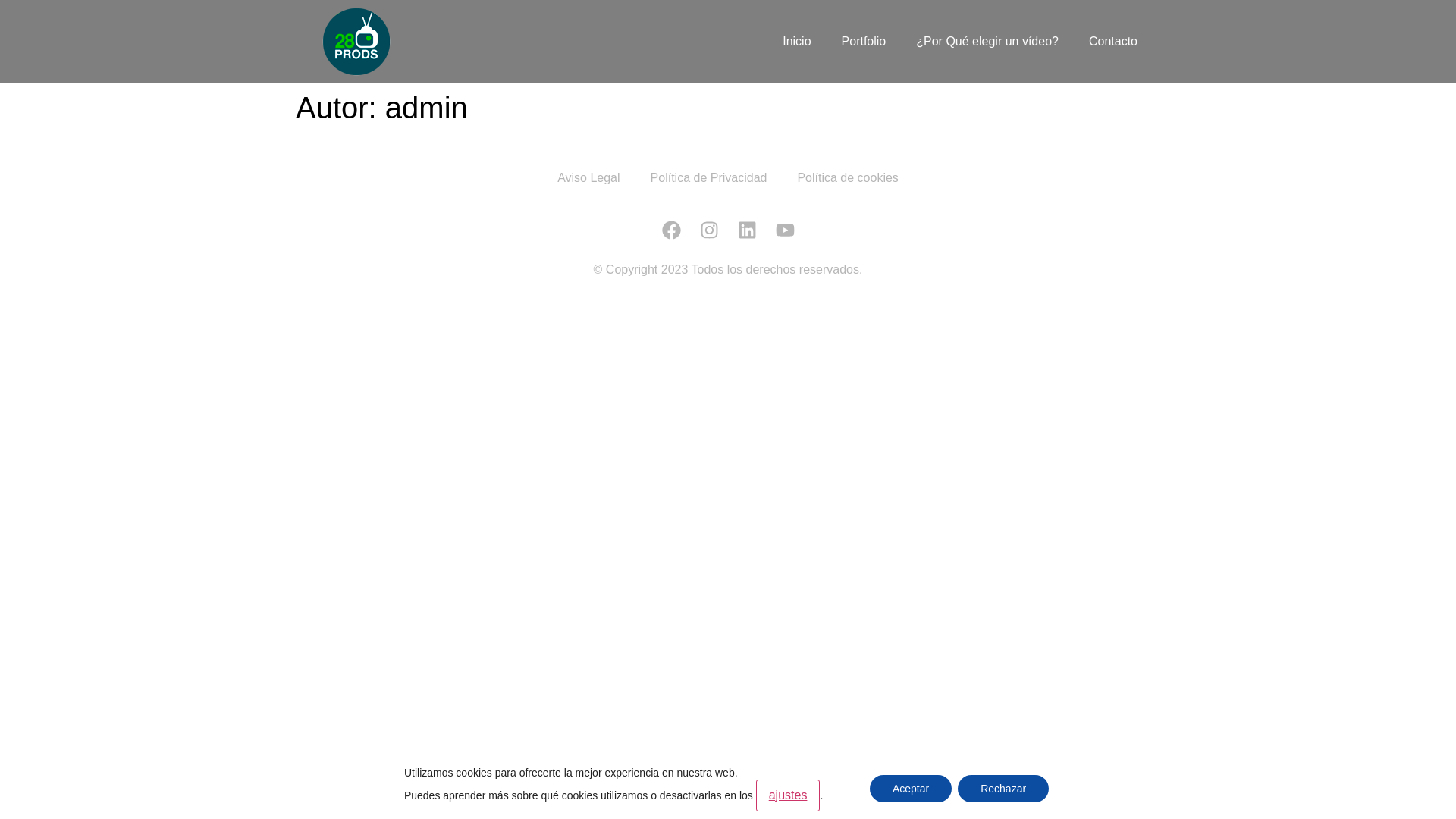  Describe the element at coordinates (1003, 788) in the screenshot. I see `'Rechazar'` at that location.